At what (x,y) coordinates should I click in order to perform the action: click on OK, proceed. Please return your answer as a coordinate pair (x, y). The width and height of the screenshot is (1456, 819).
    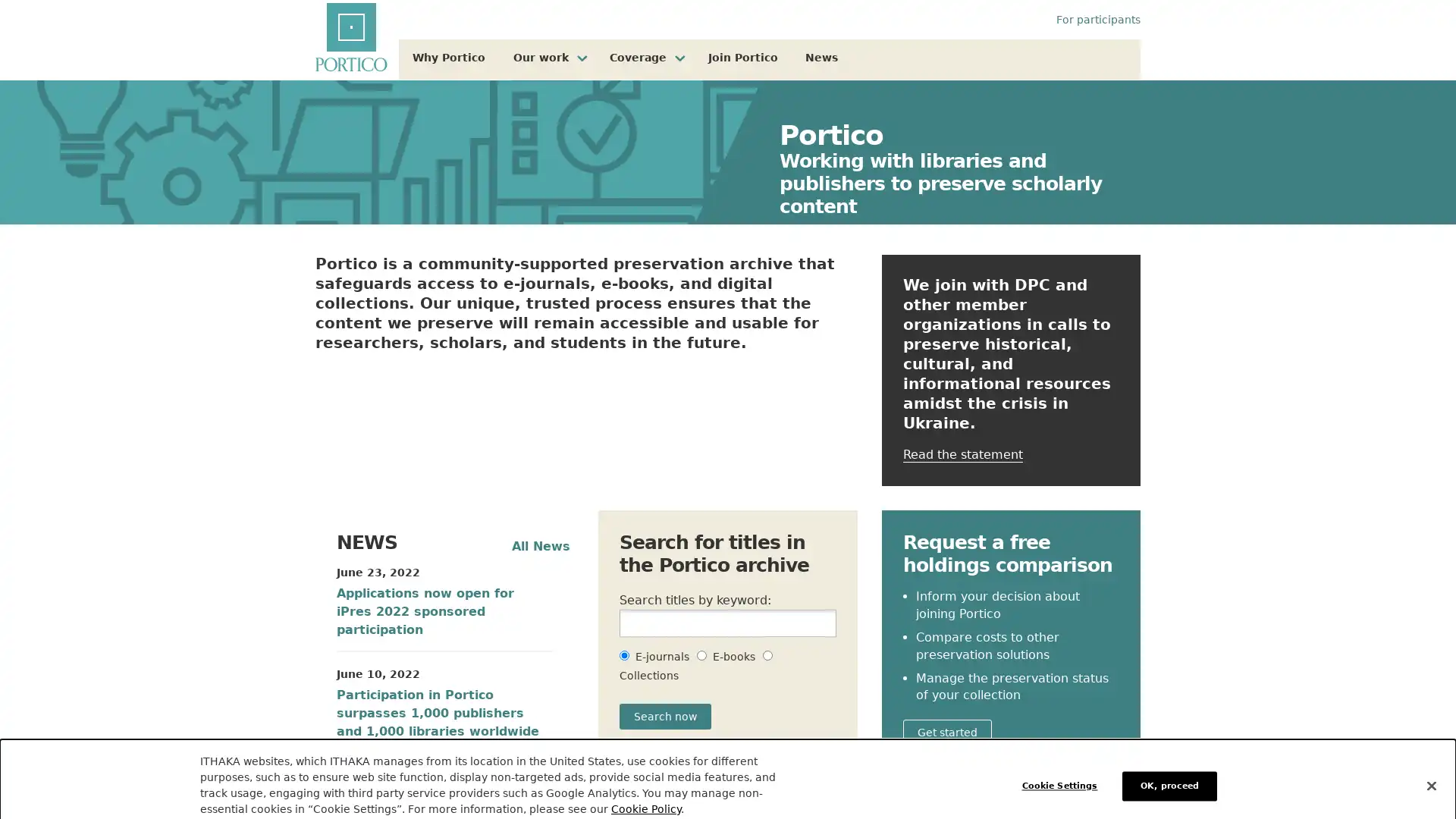
    Looking at the image, I should click on (1169, 770).